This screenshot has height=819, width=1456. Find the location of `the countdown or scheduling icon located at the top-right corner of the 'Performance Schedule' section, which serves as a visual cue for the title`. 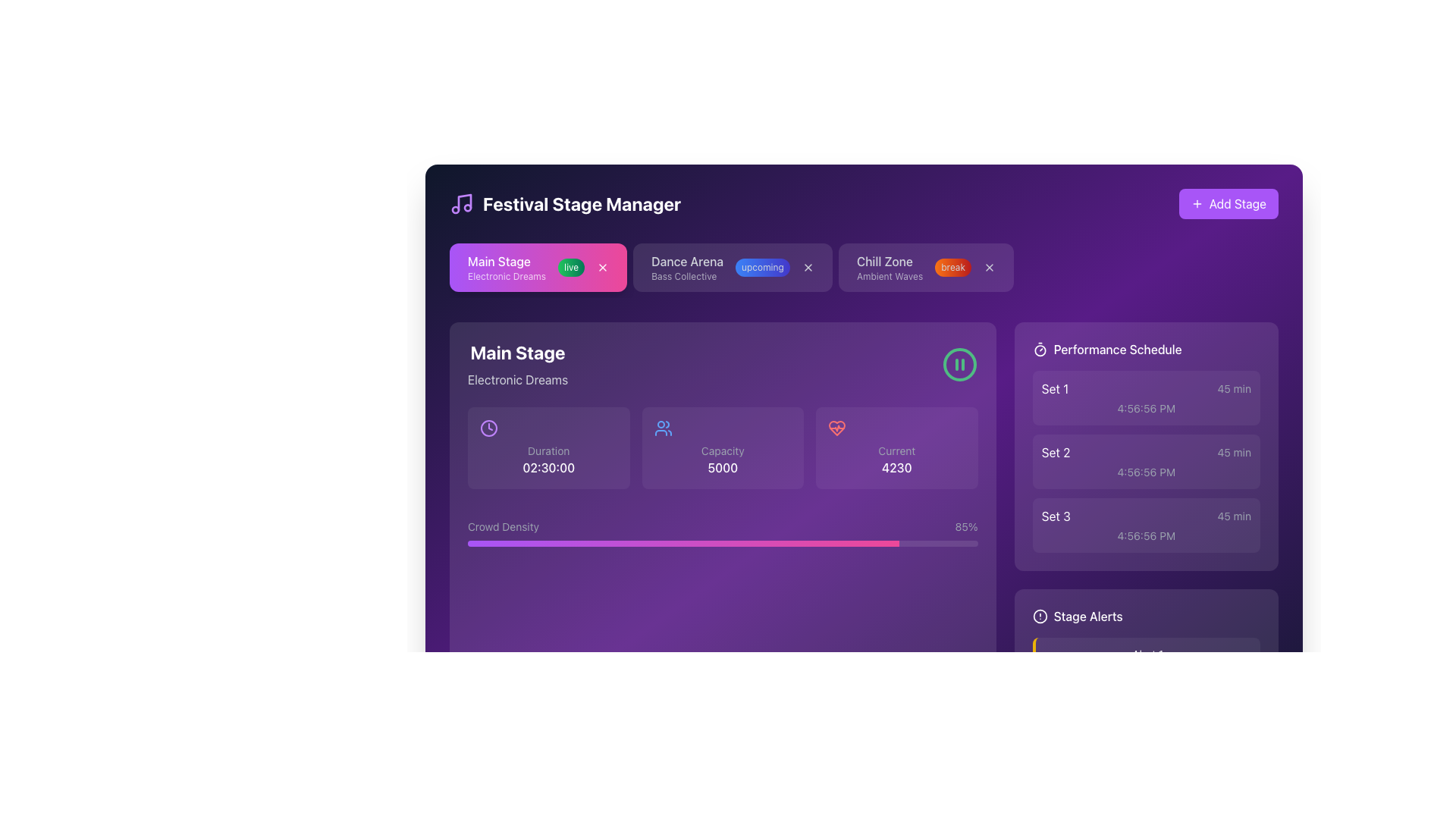

the countdown or scheduling icon located at the top-right corner of the 'Performance Schedule' section, which serves as a visual cue for the title is located at coordinates (1039, 350).